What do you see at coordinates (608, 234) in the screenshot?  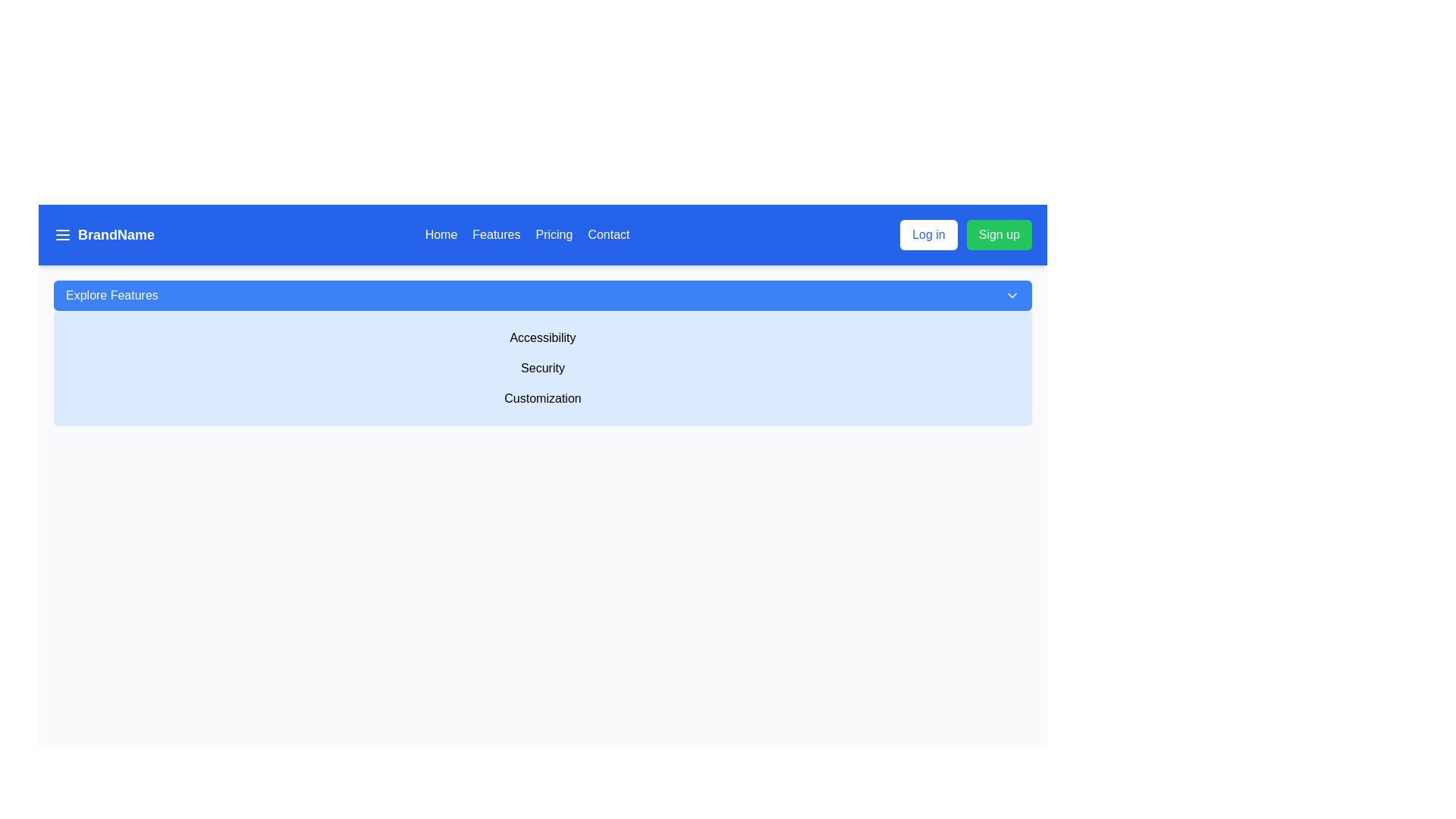 I see `the 'Contact' text link in the upper blue navigation bar` at bounding box center [608, 234].